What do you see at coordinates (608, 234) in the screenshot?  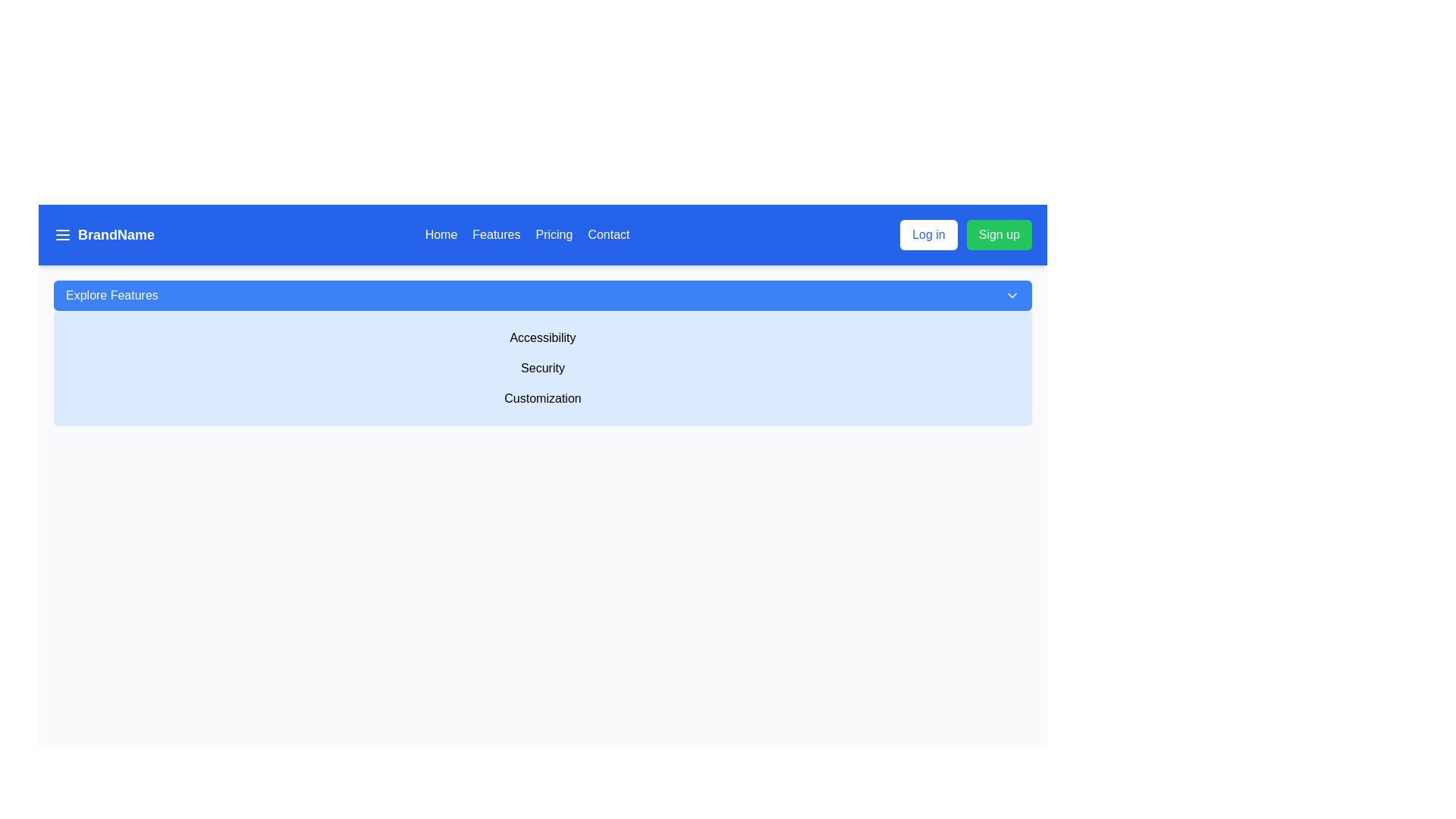 I see `the 'Contact' text link in the upper blue navigation bar` at bounding box center [608, 234].